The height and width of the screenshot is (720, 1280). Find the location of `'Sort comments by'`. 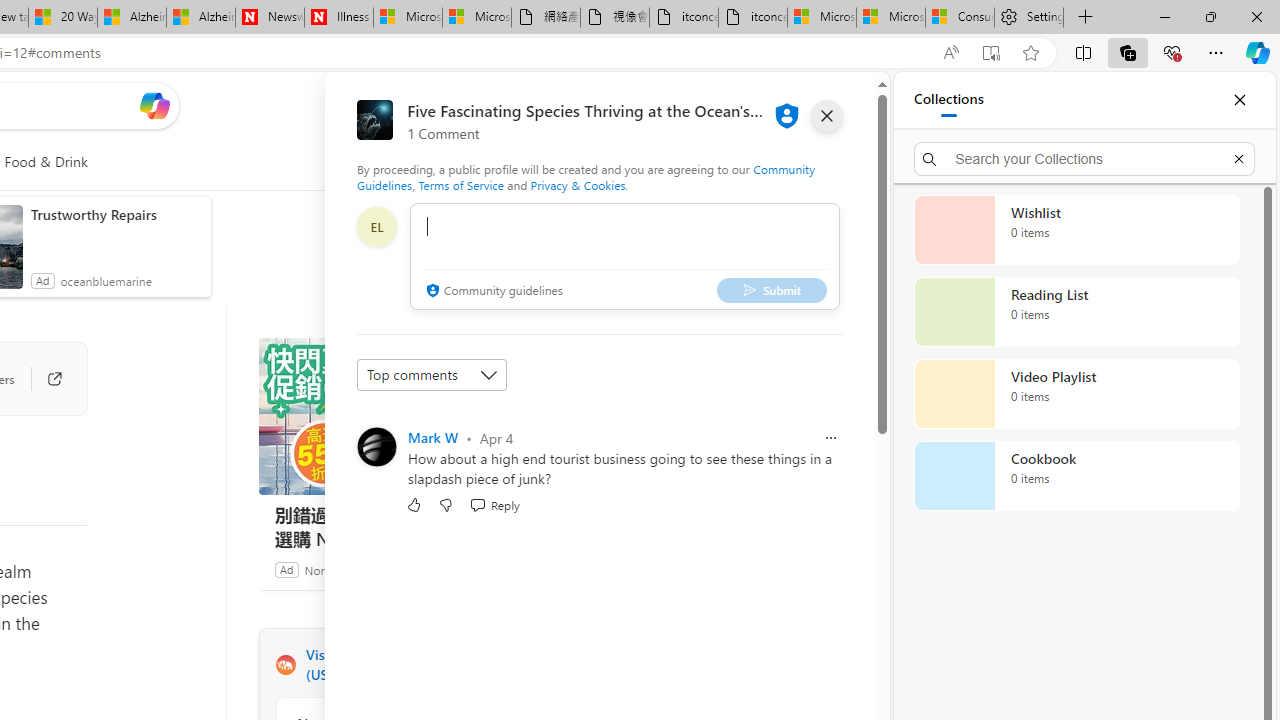

'Sort comments by' is located at coordinates (431, 375).